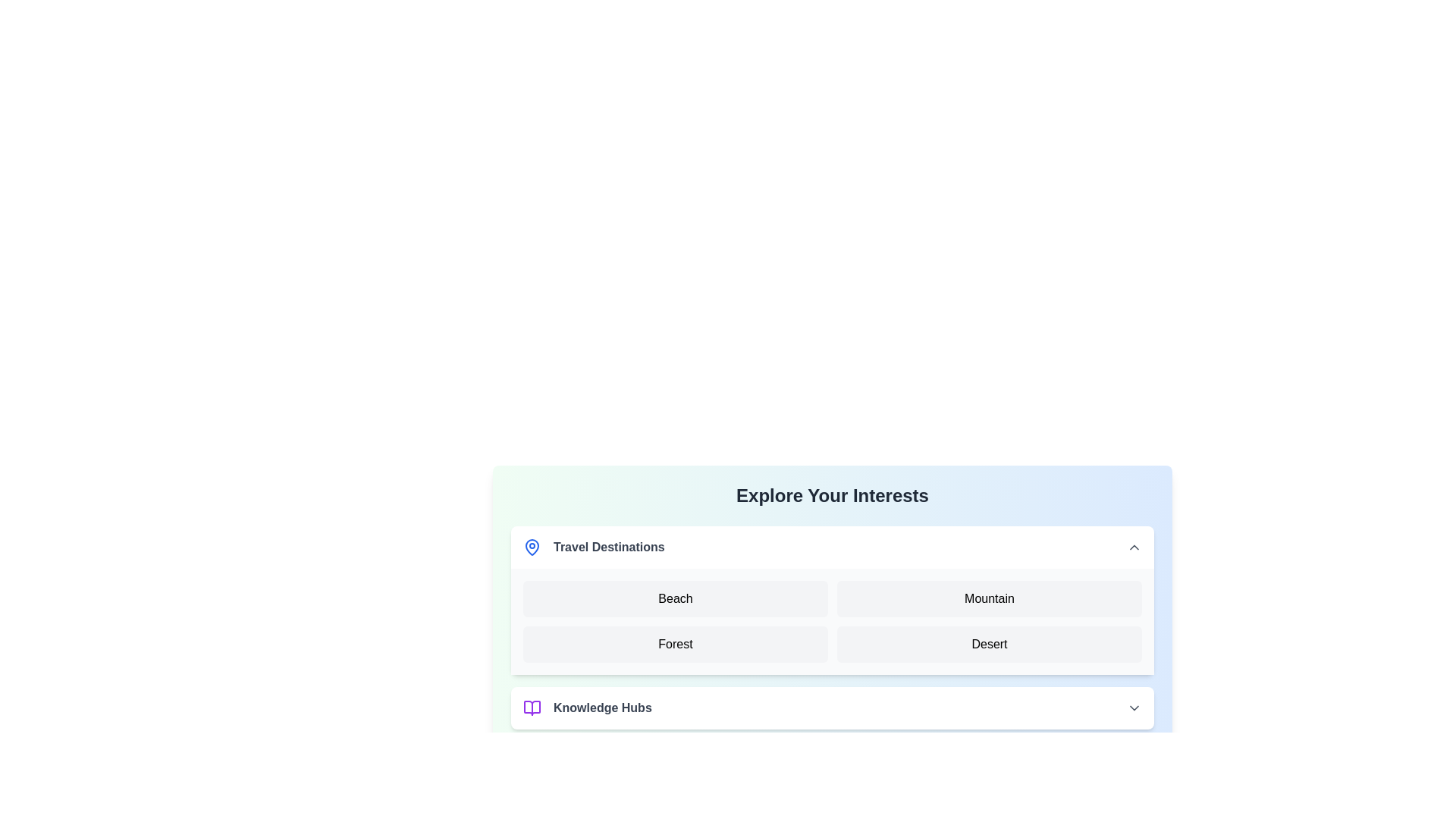 The image size is (1456, 819). What do you see at coordinates (532, 547) in the screenshot?
I see `the blue map pin icon located within the SVG icon at the upper-left region of the 'Travel Destinations' header for visual reference` at bounding box center [532, 547].